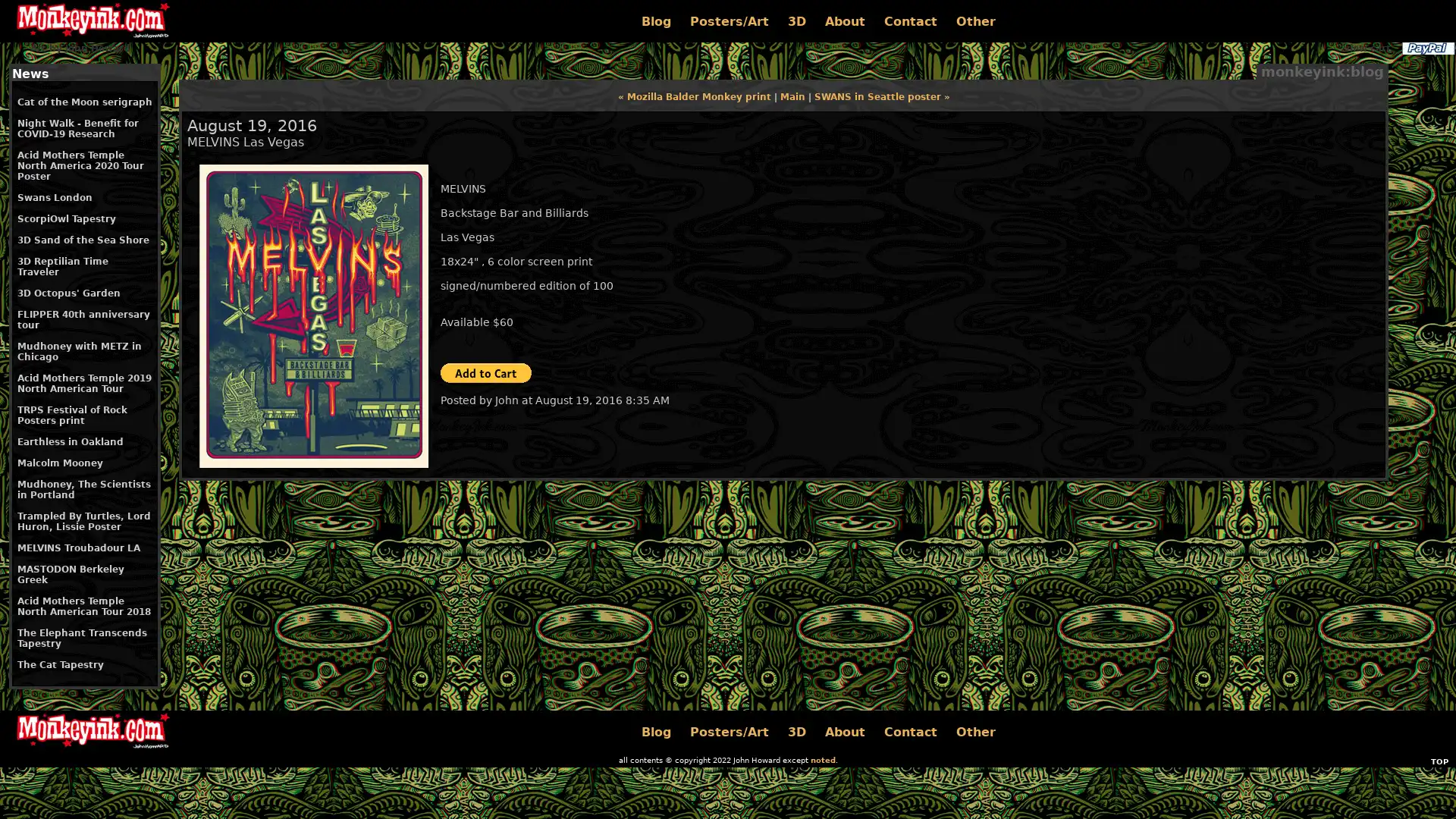  What do you see at coordinates (1426, 48) in the screenshot?
I see `PayPal` at bounding box center [1426, 48].